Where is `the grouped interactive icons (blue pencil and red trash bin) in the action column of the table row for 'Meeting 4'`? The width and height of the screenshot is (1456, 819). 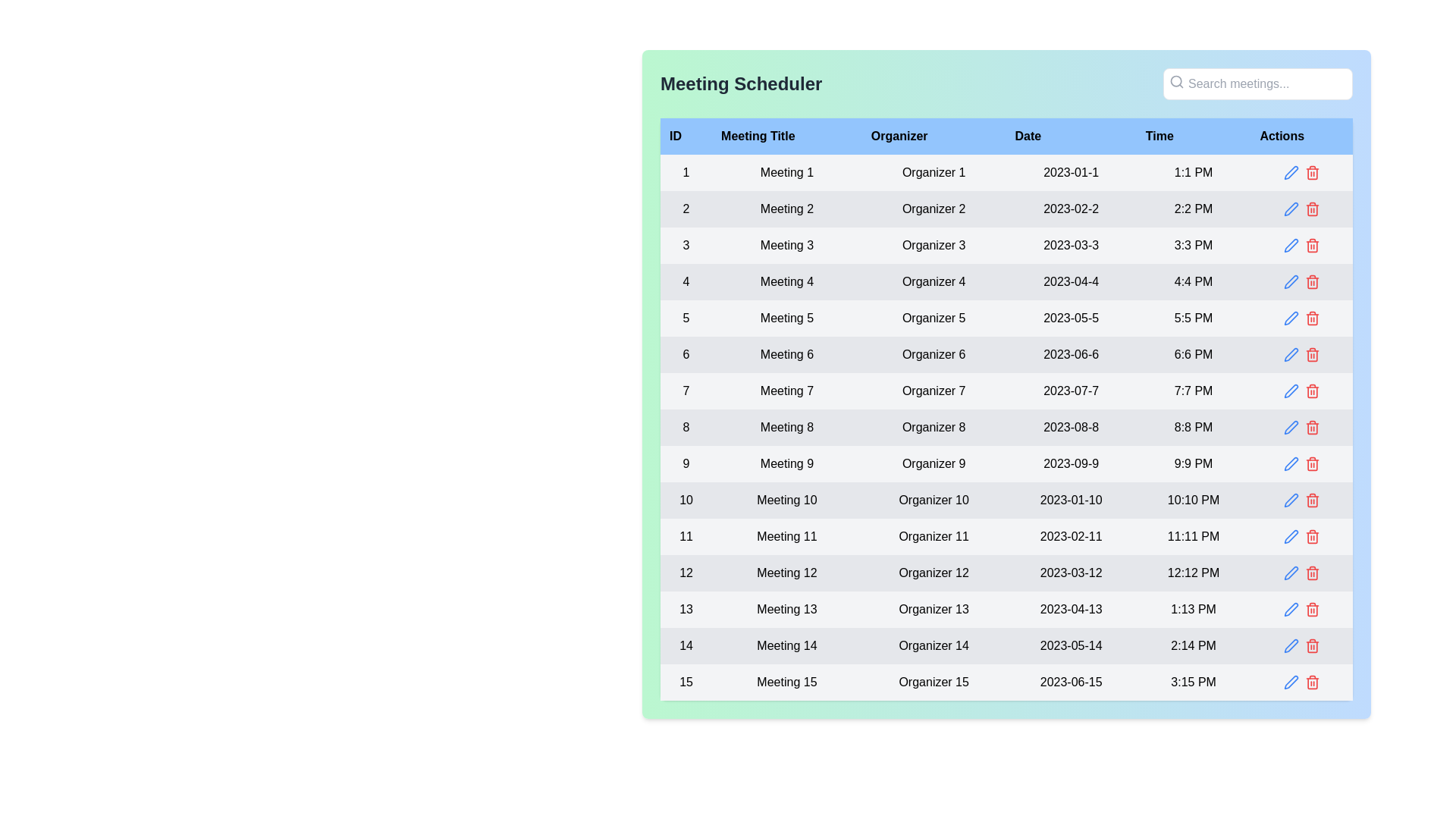 the grouped interactive icons (blue pencil and red trash bin) in the action column of the table row for 'Meeting 4' is located at coordinates (1301, 281).